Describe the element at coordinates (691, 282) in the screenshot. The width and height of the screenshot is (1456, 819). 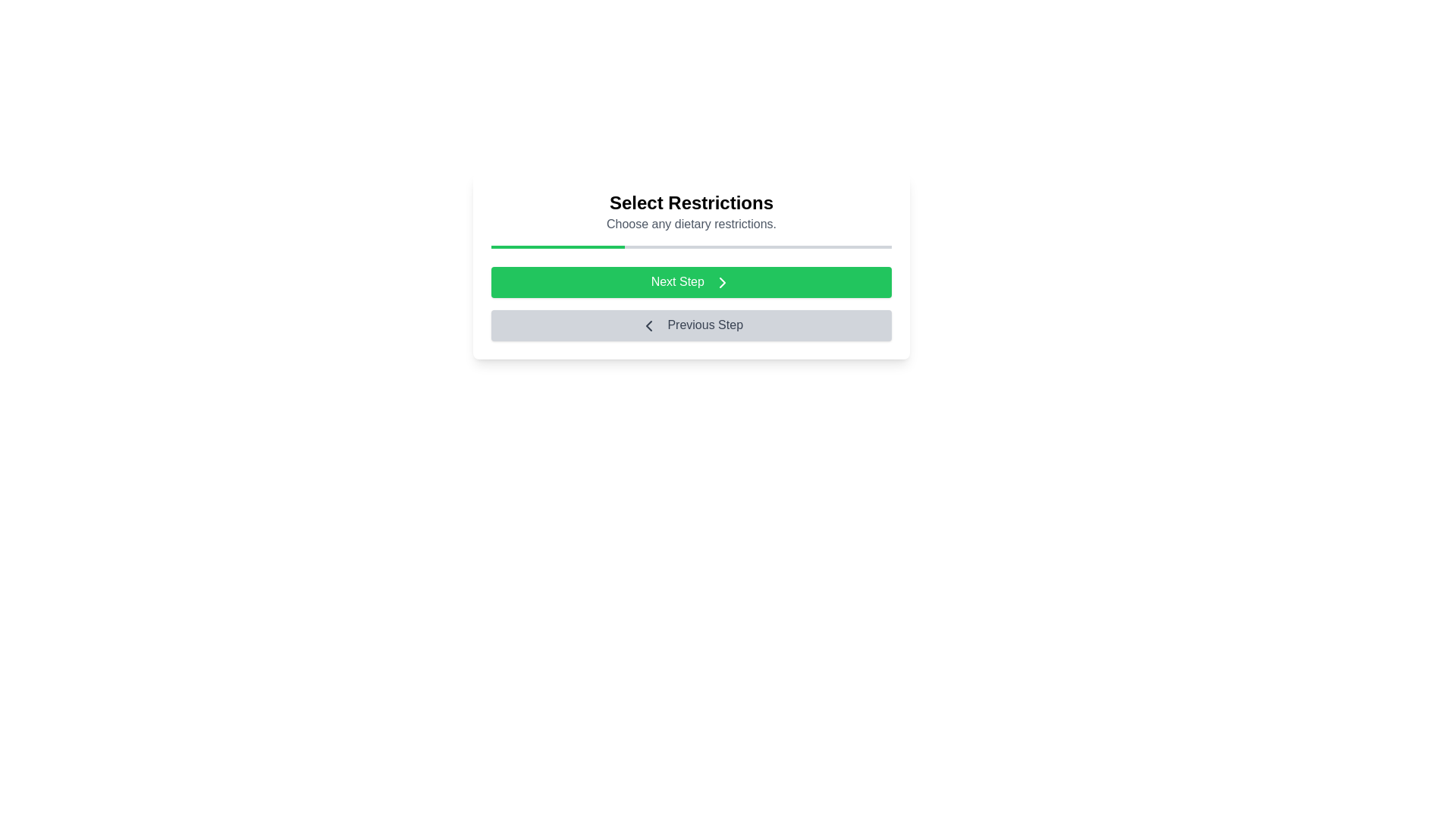
I see `the button labeled Next Step to observe its style change` at that location.